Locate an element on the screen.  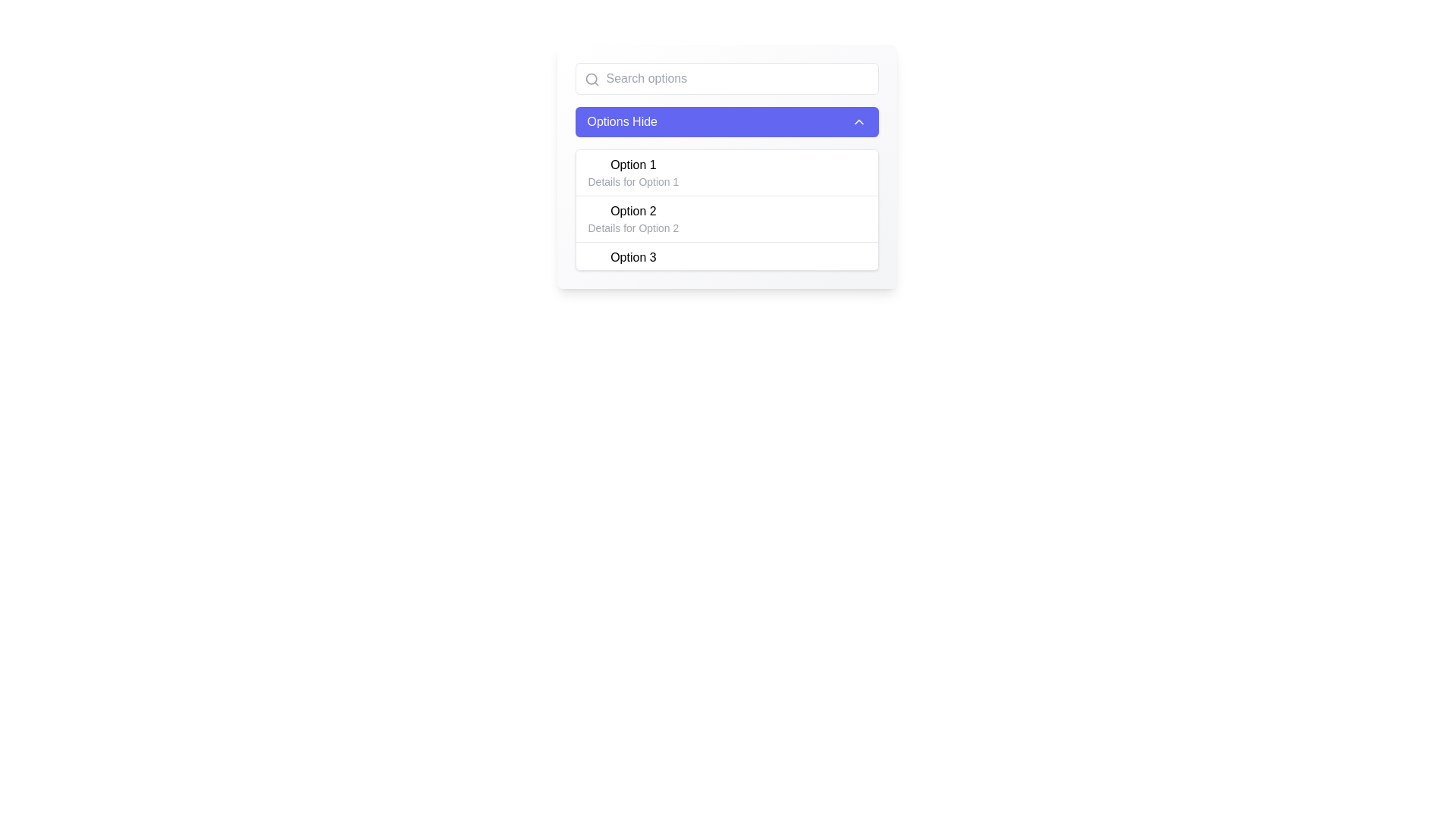
the text label 'Option 2', which is styled in bold and serves as the primary identifier for the second option in the dropdown interface, located below the blue header labeled 'Options Hide' is located at coordinates (633, 211).